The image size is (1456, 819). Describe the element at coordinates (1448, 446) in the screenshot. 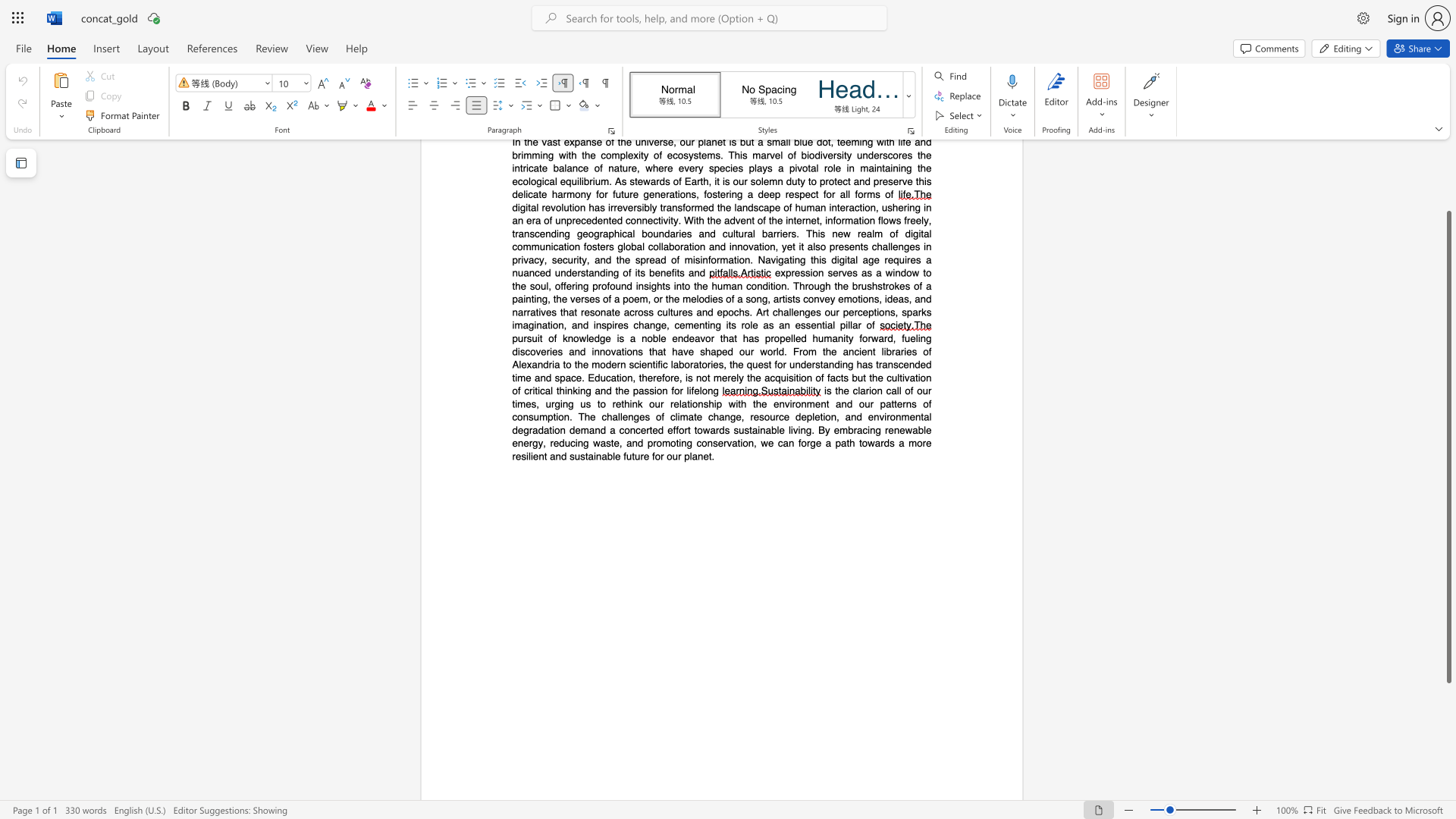

I see `the scrollbar and move up 20 pixels` at that location.